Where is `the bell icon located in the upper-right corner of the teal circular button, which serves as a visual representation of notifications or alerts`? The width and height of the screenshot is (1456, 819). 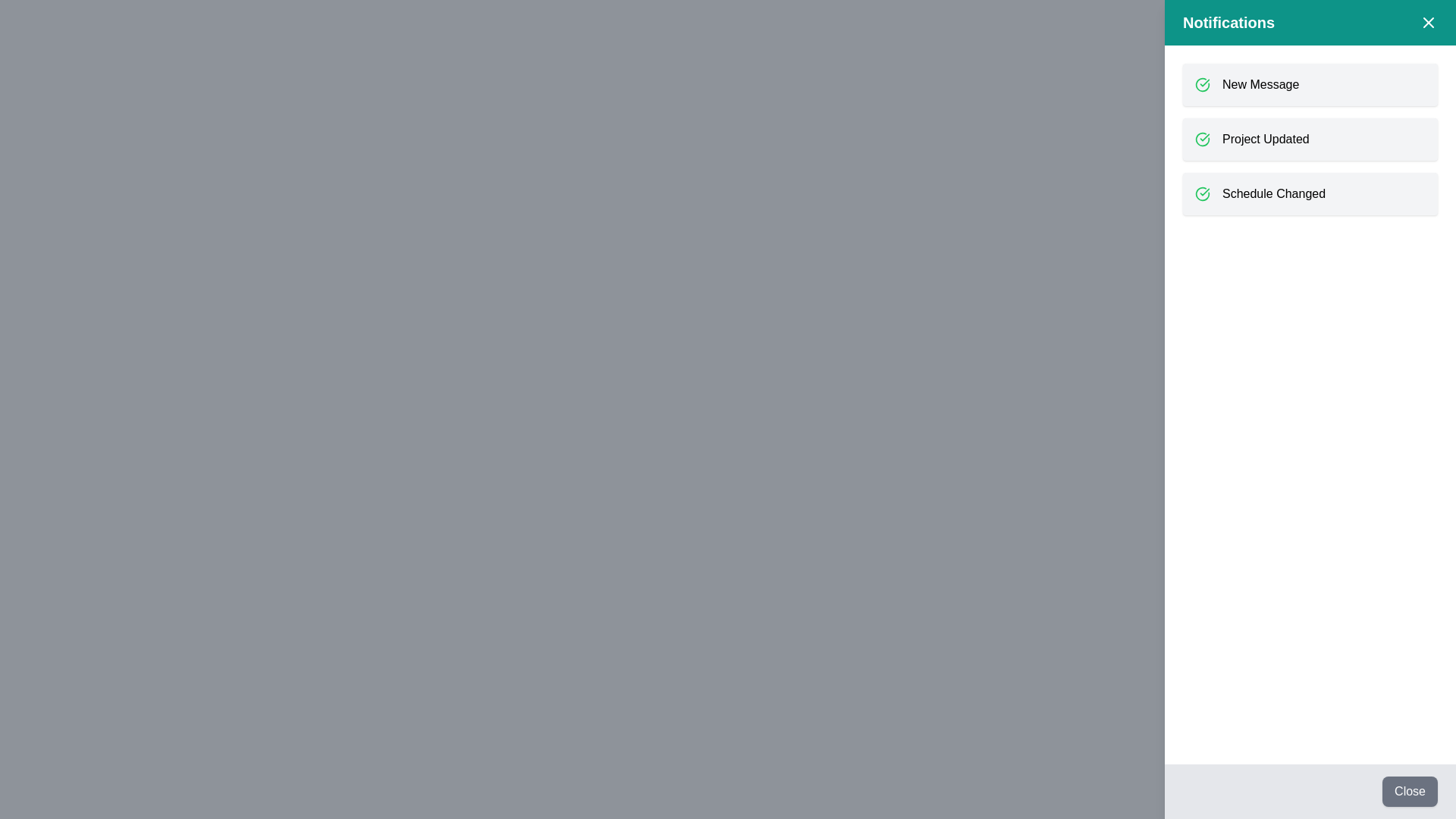
the bell icon located in the upper-right corner of the teal circular button, which serves as a visual representation of notifications or alerts is located at coordinates (1422, 33).